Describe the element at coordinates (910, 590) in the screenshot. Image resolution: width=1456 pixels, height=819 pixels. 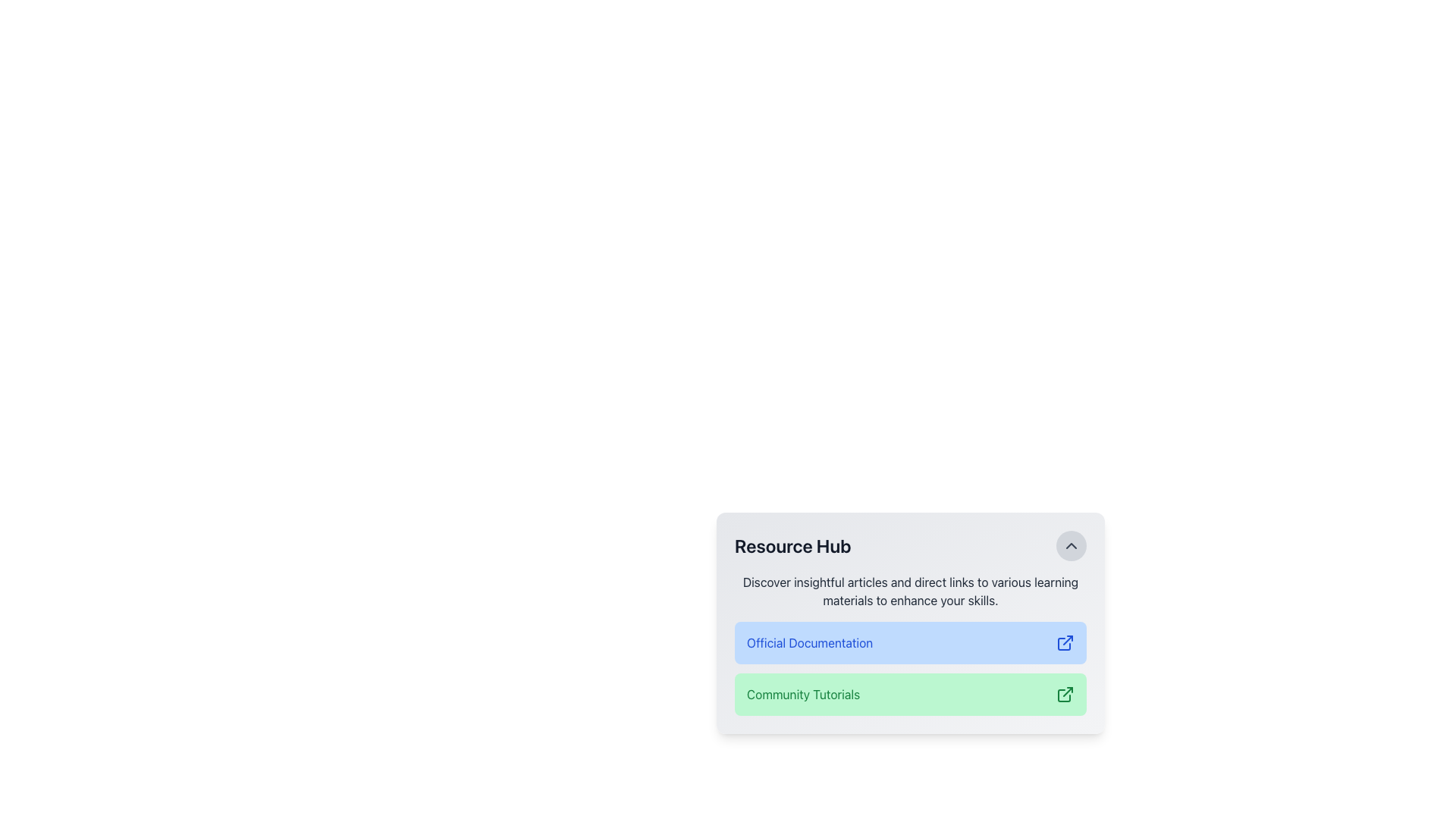
I see `the subdued gray text block containing the sentence 'Discover insightful articles and direct links to various learning materials to enhance your skills.' which is located within the 'Resource Hub' section` at that location.